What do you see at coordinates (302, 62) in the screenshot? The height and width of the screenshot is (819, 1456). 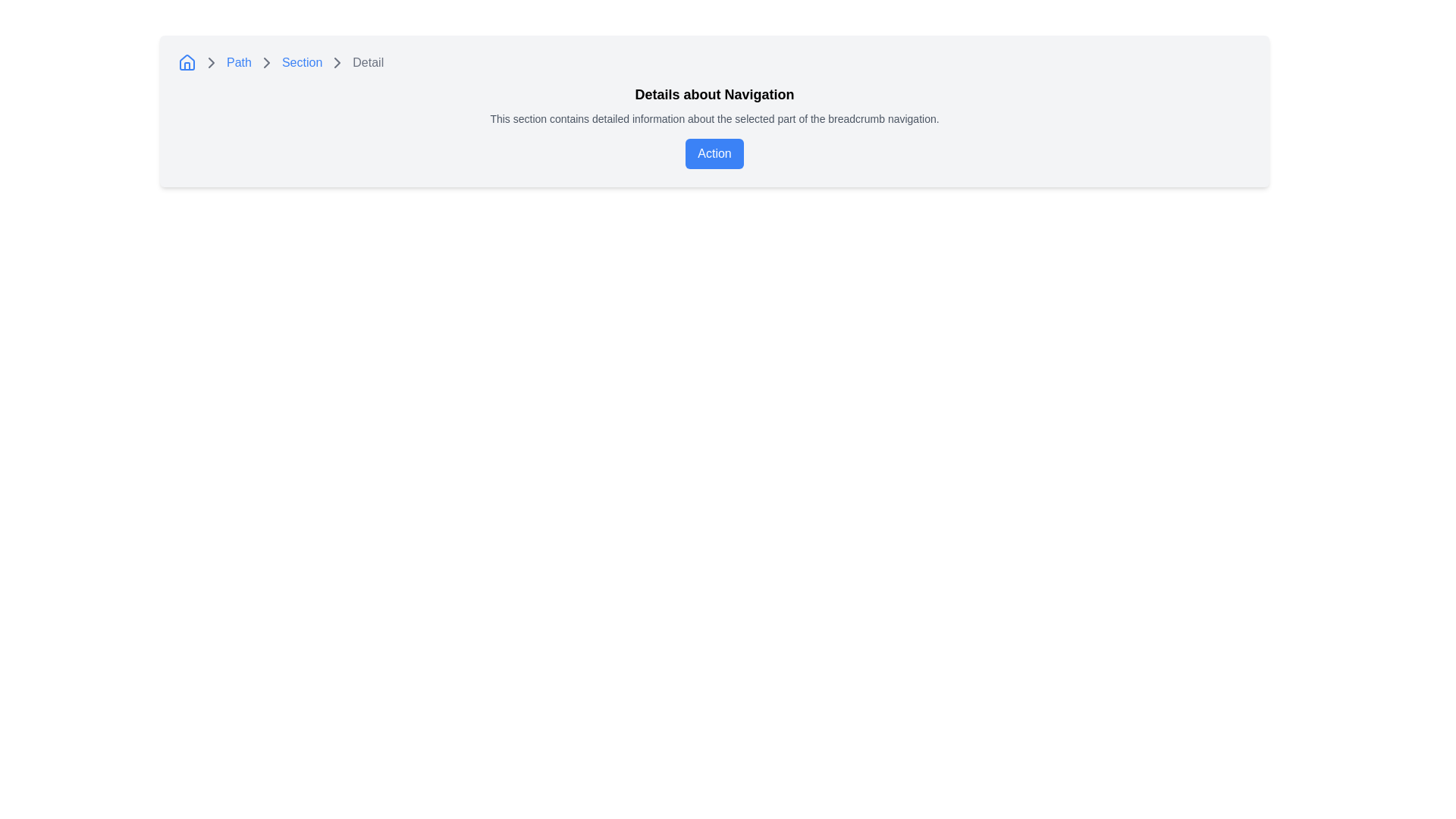 I see `the 'Section' hyperlink in the breadcrumb navigation` at bounding box center [302, 62].